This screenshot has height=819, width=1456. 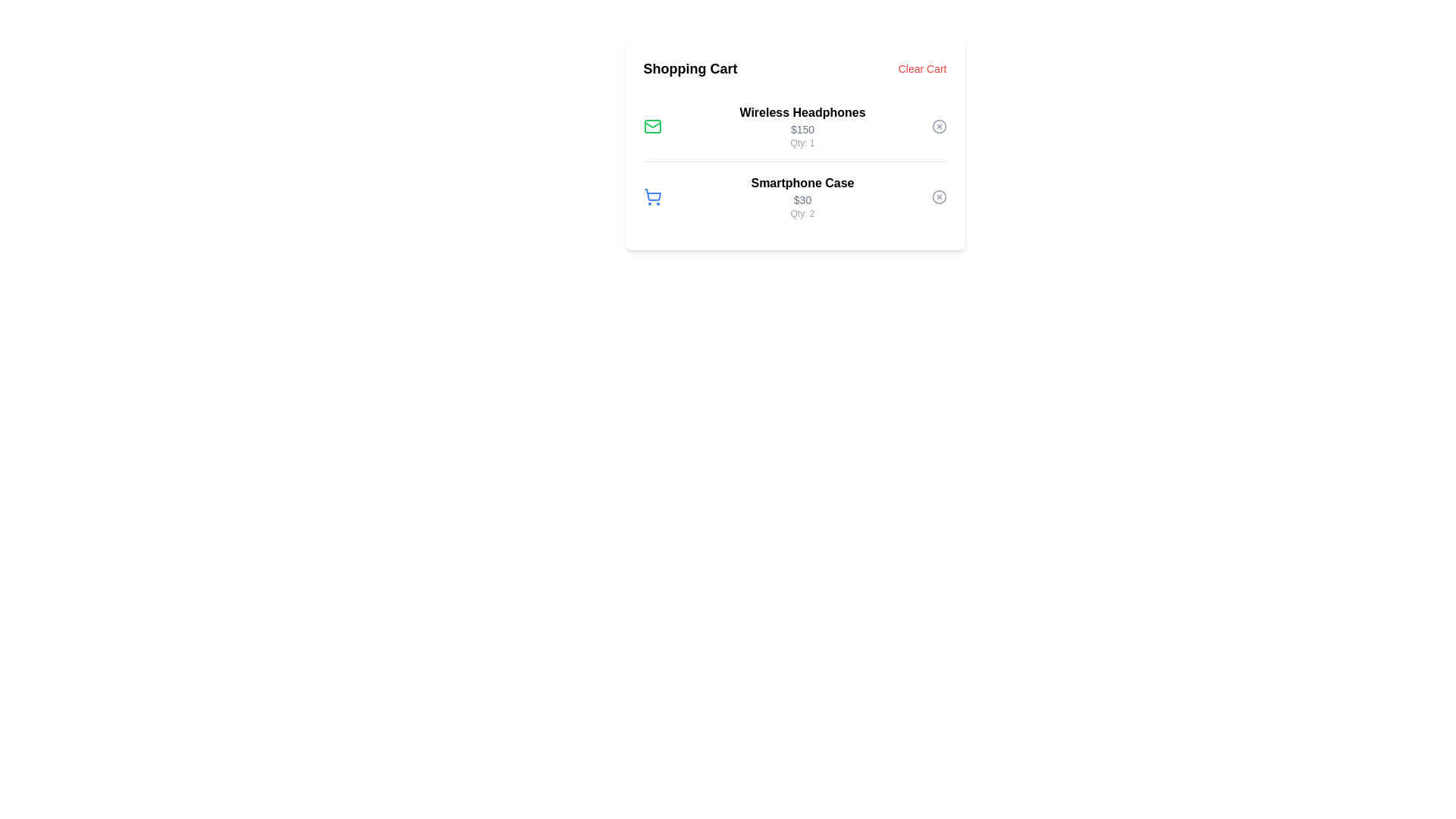 I want to click on the price on the product listing card in the shopping cart, so click(x=794, y=125).